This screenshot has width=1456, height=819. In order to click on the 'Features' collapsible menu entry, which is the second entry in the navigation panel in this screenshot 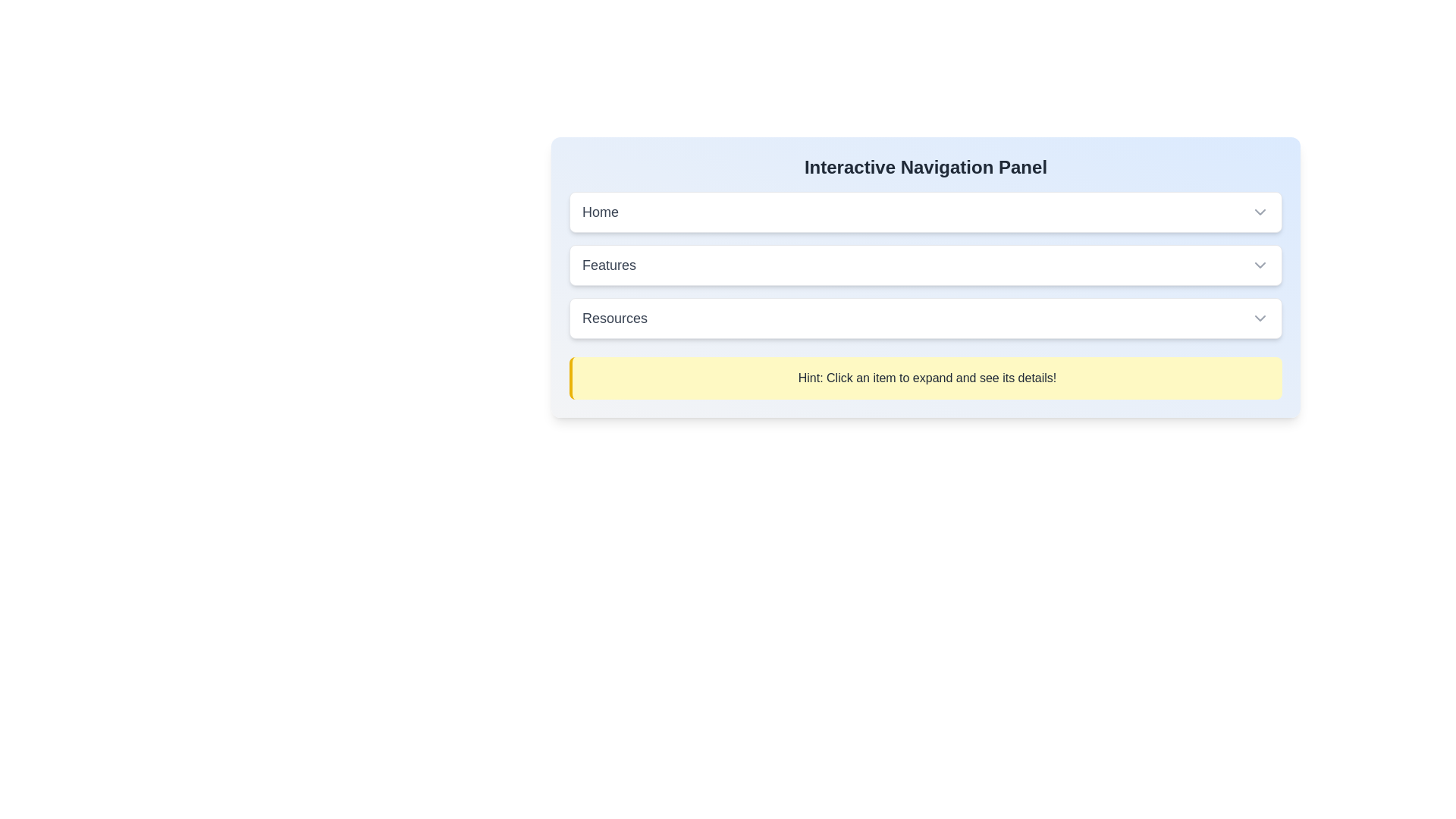, I will do `click(924, 265)`.